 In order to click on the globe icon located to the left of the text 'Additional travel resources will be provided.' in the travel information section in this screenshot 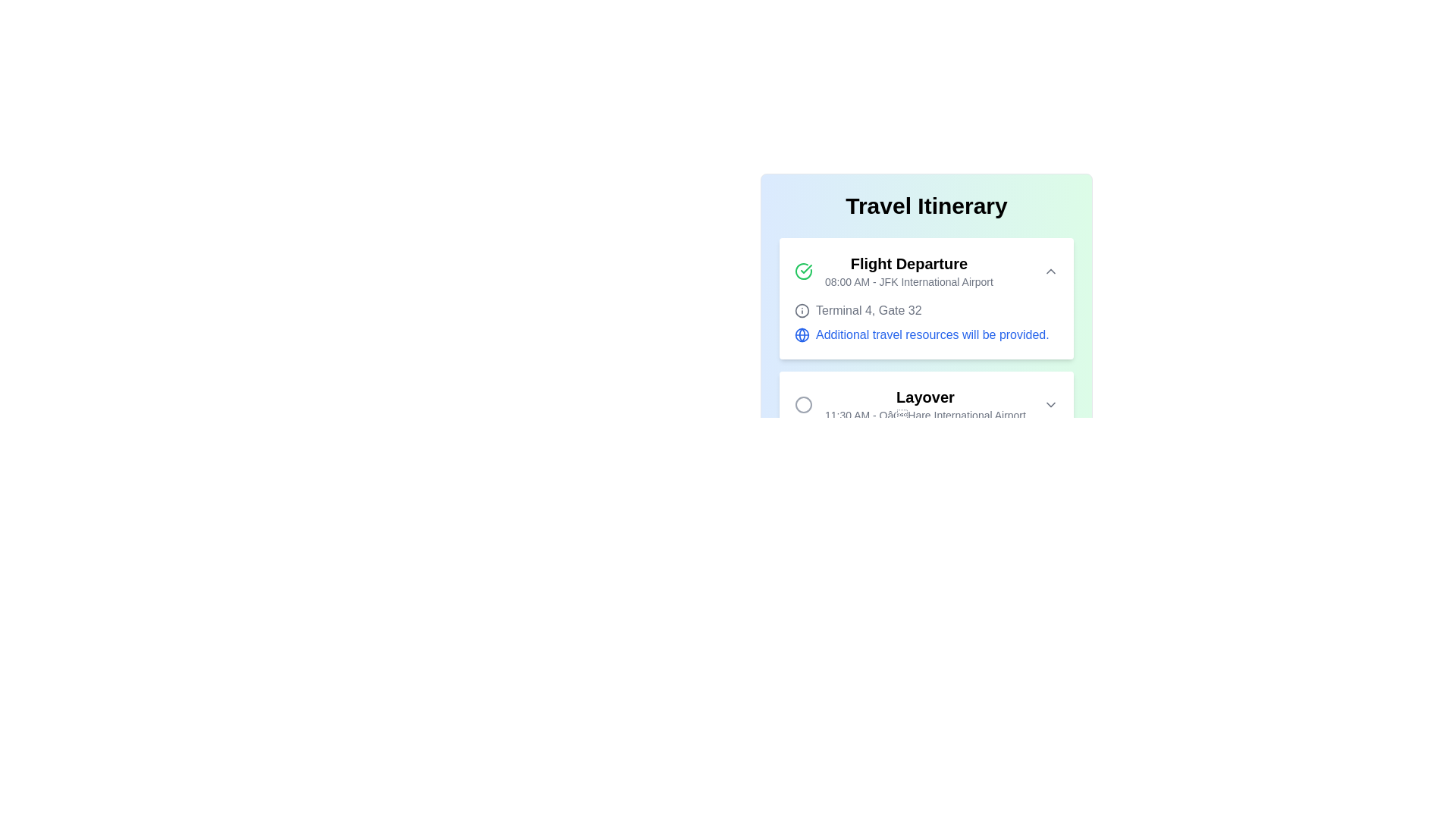, I will do `click(801, 334)`.